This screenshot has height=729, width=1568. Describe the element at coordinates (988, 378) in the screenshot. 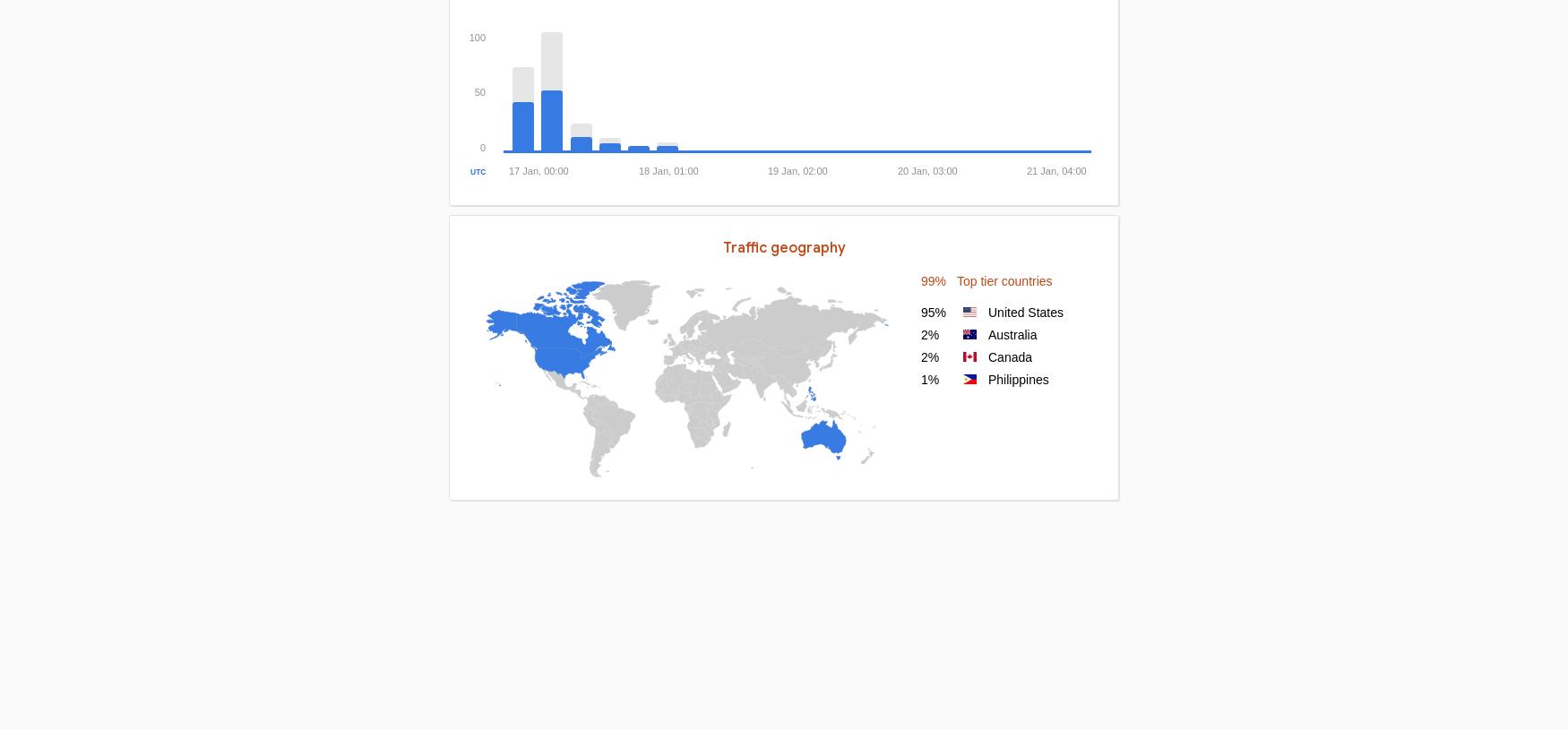

I see `'Philippines'` at that location.